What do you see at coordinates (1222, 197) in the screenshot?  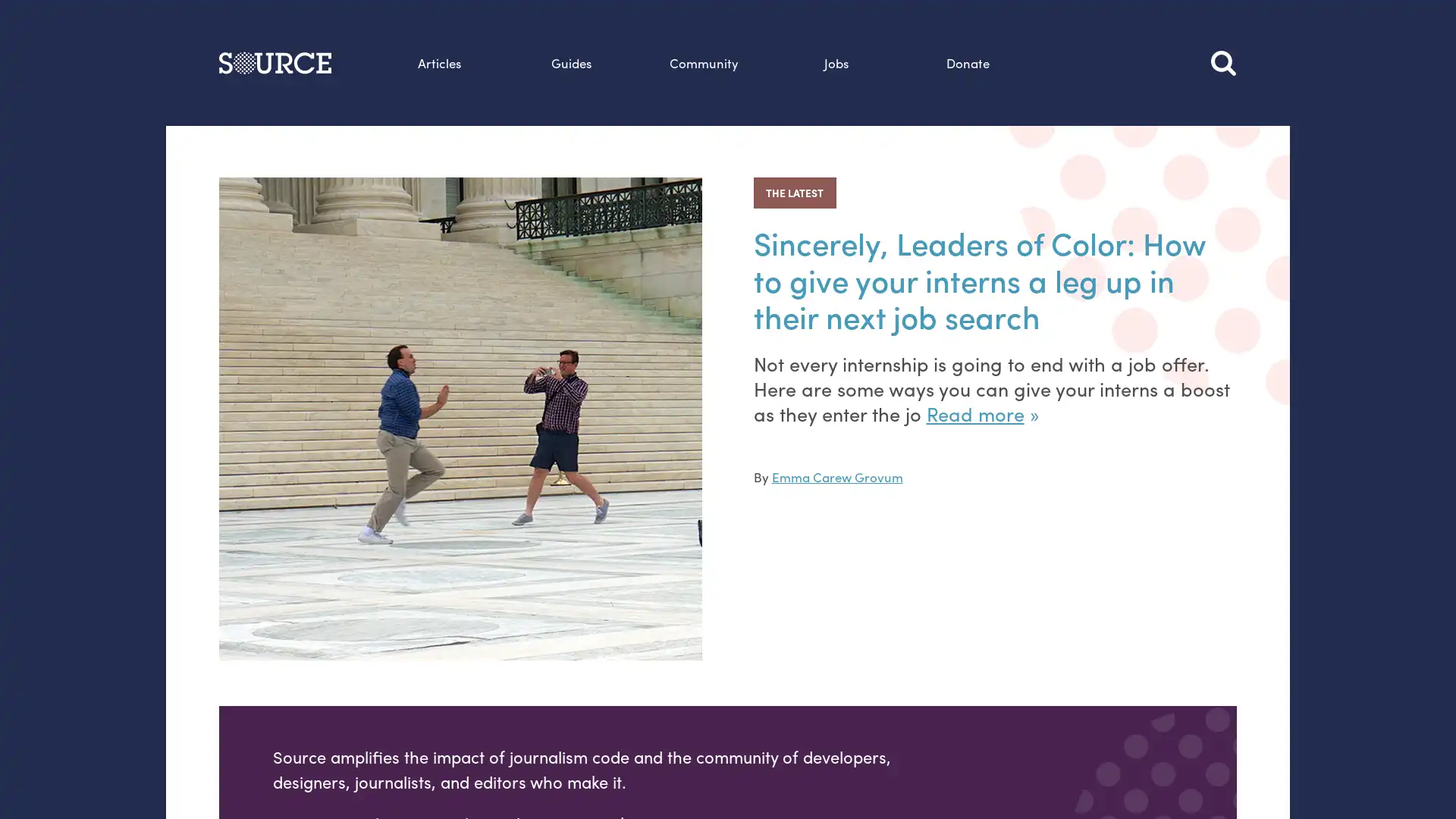 I see `Search` at bounding box center [1222, 197].